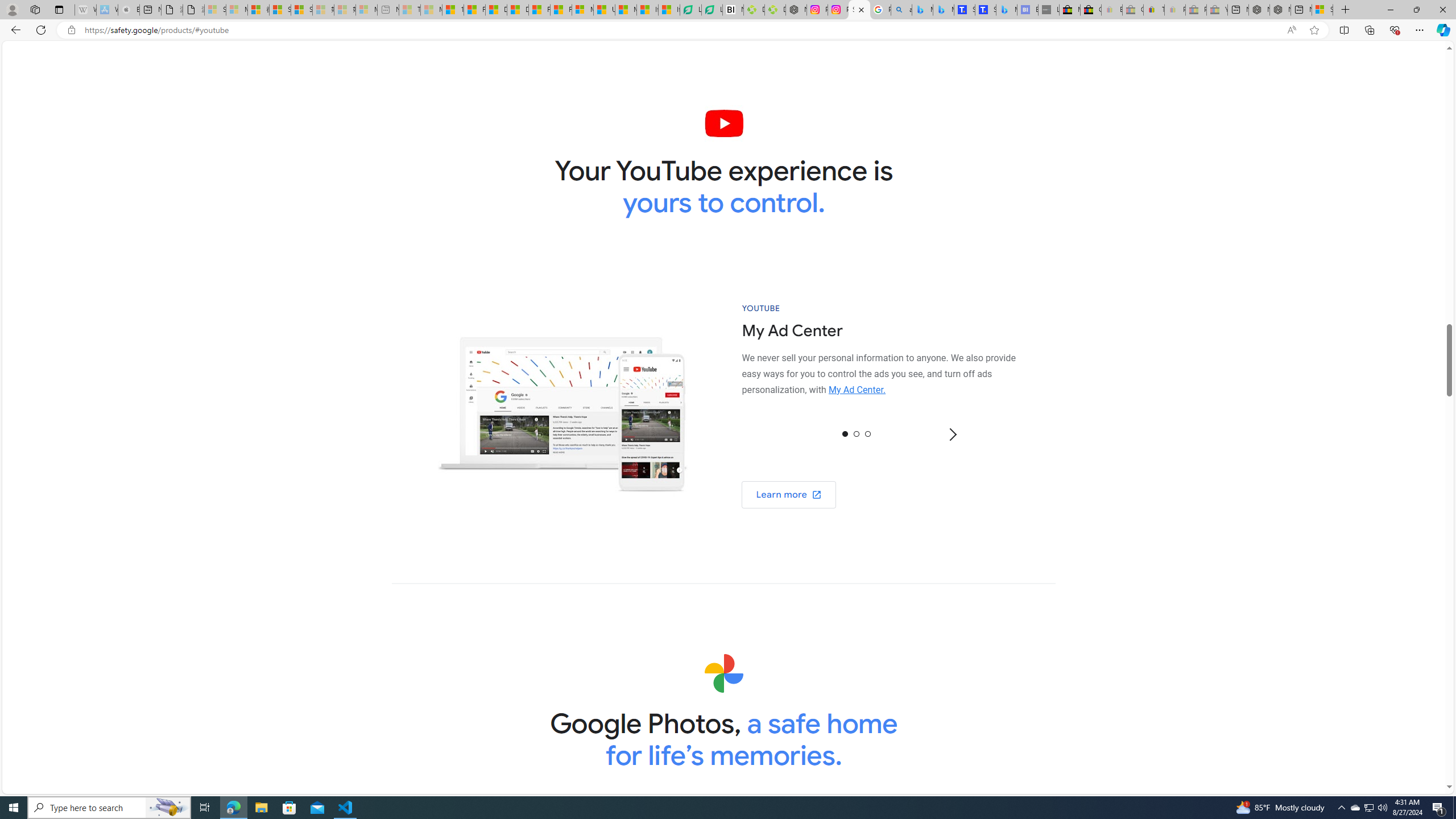 The image size is (1456, 819). I want to click on 'Marine life - MSN - Sleeping', so click(431, 9).